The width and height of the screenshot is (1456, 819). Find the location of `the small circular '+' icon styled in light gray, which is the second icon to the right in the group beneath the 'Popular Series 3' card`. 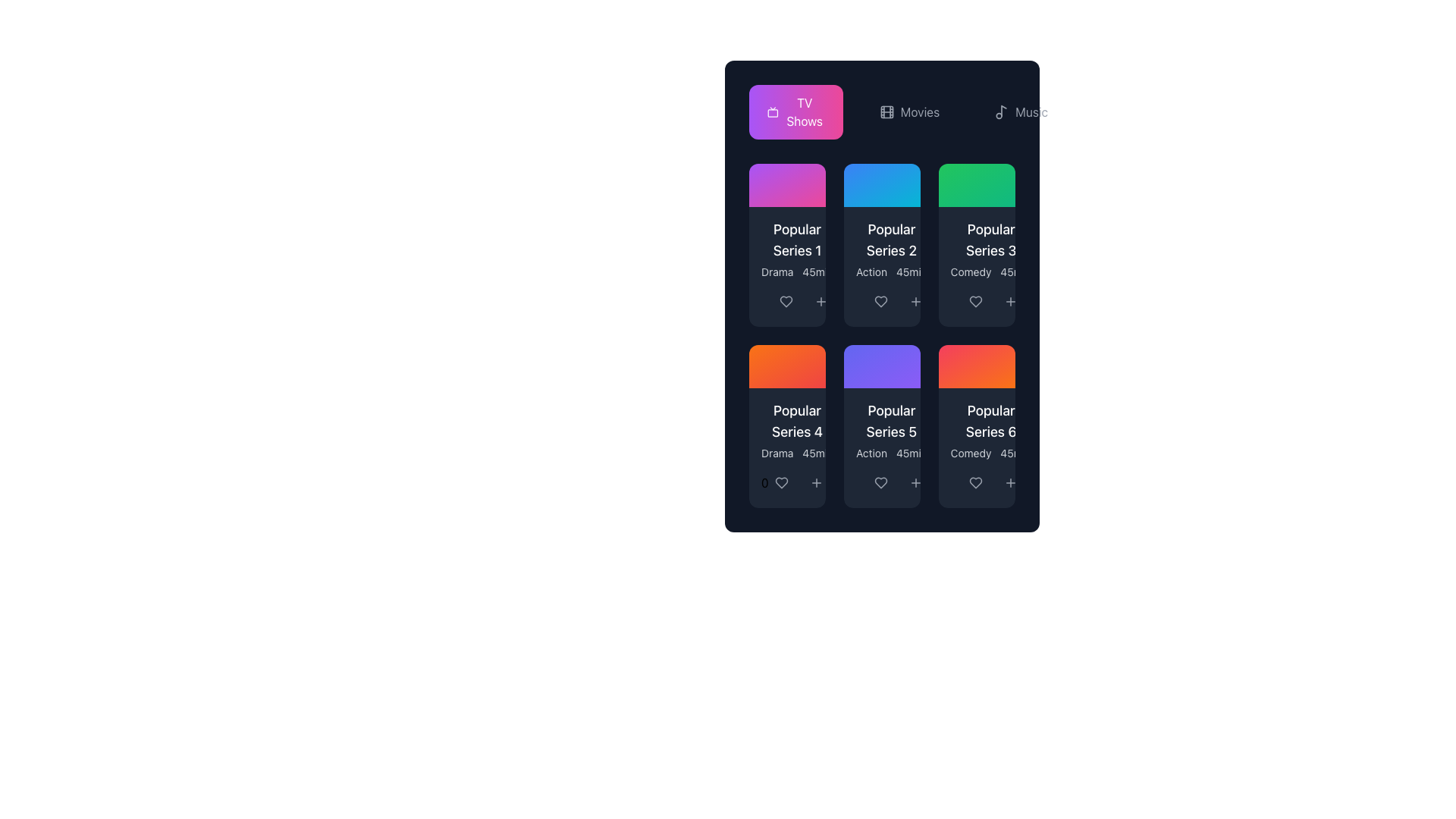

the small circular '+' icon styled in light gray, which is the second icon to the right in the group beneath the 'Popular Series 3' card is located at coordinates (1011, 301).